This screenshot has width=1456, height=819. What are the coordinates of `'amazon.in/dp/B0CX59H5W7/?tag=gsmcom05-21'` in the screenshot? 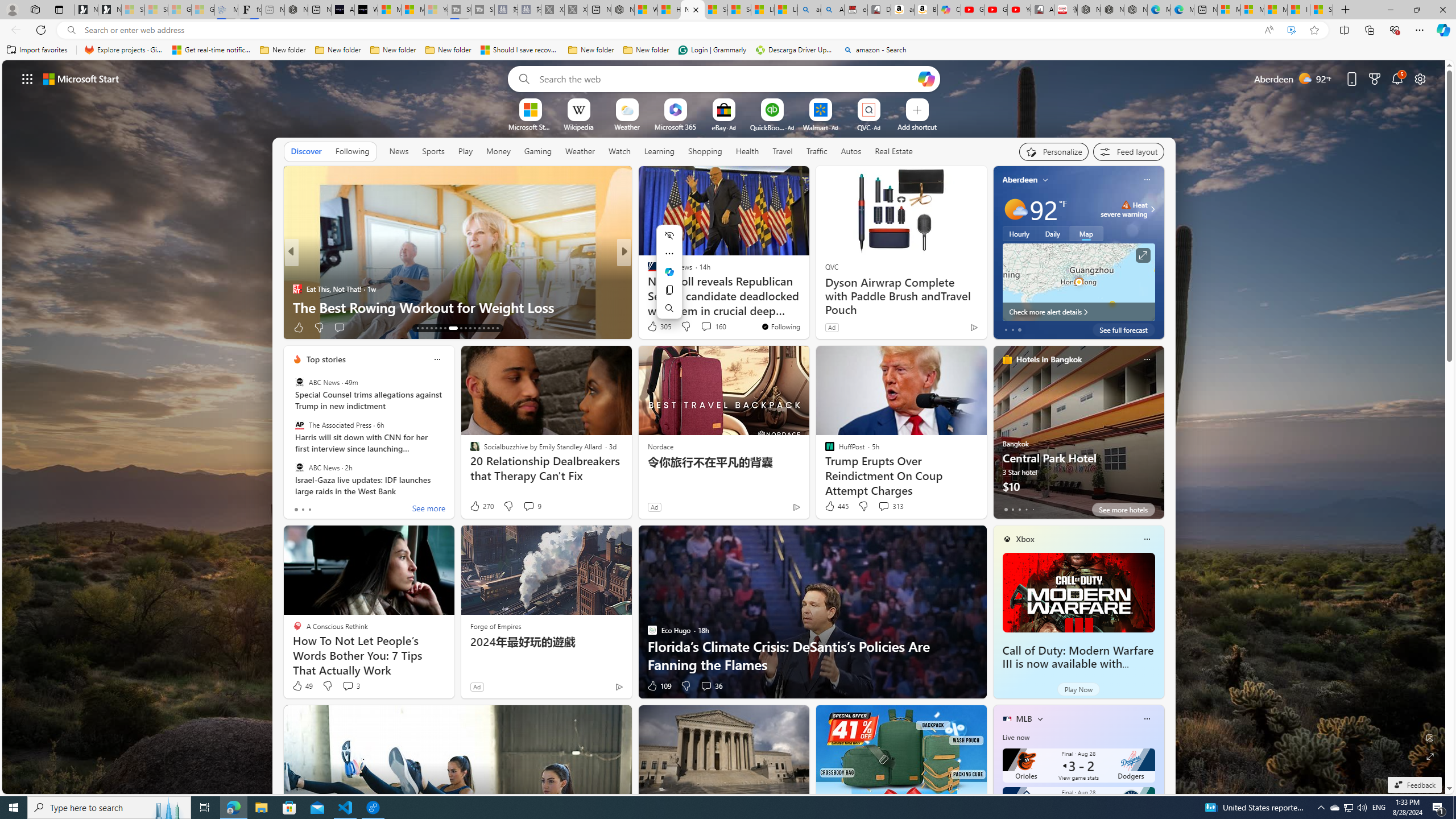 It's located at (902, 9).